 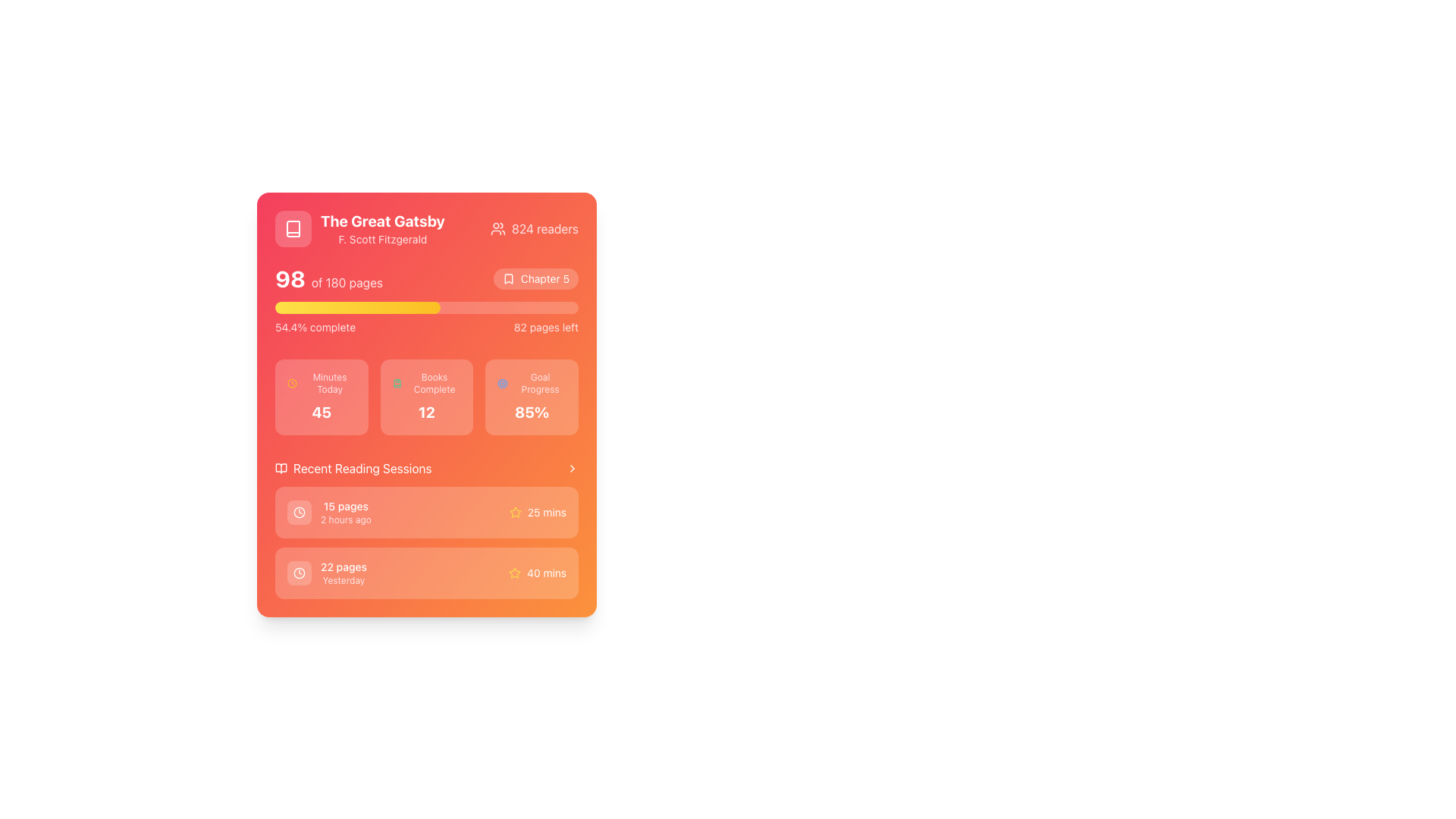 I want to click on the text label displaying '824 readers' styled in light rose color, located in the top-right corner of the card component, next to the people icon, so click(x=545, y=228).